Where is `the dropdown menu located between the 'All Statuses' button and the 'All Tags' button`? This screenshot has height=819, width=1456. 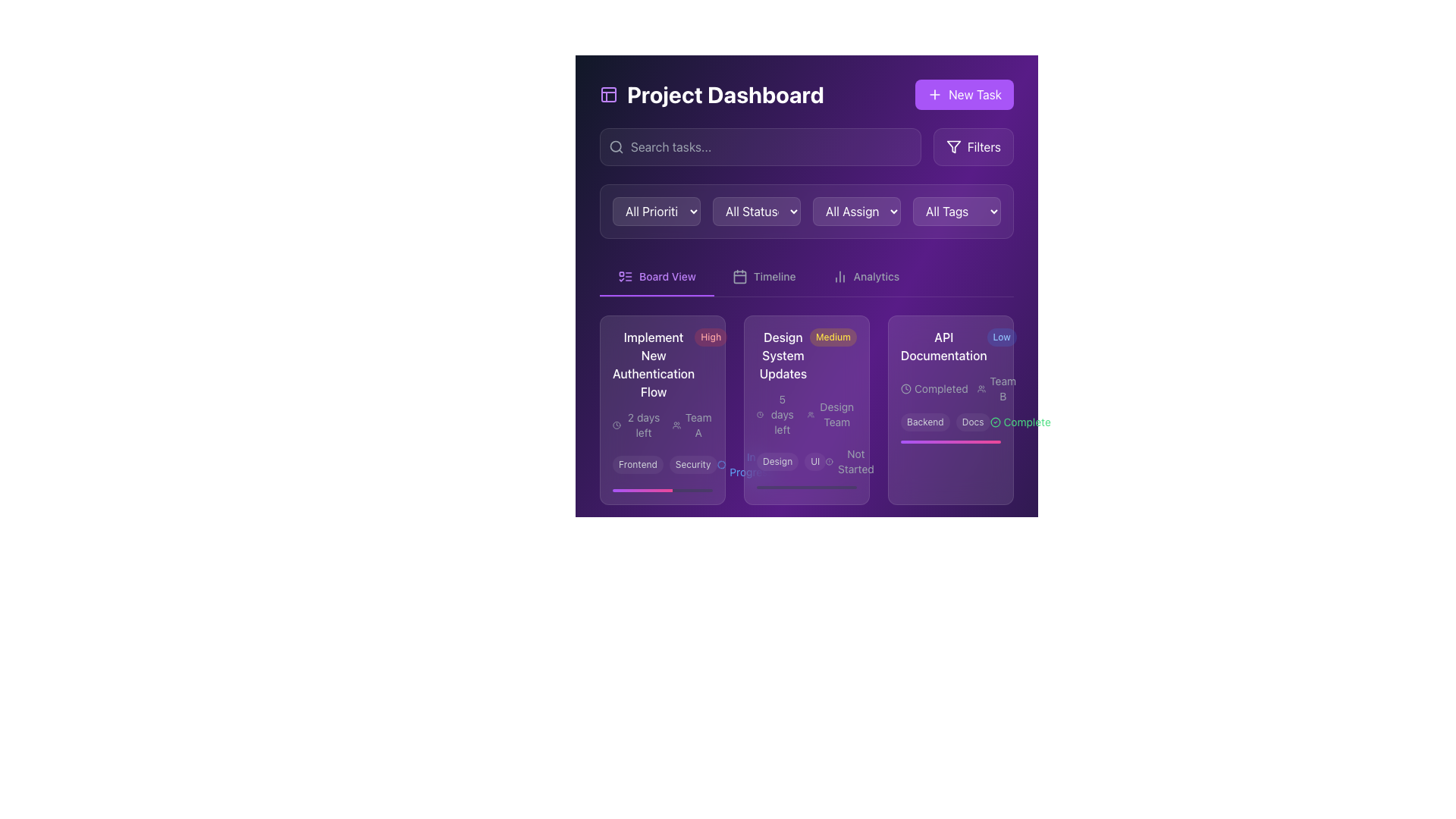
the dropdown menu located between the 'All Statuses' button and the 'All Tags' button is located at coordinates (856, 211).